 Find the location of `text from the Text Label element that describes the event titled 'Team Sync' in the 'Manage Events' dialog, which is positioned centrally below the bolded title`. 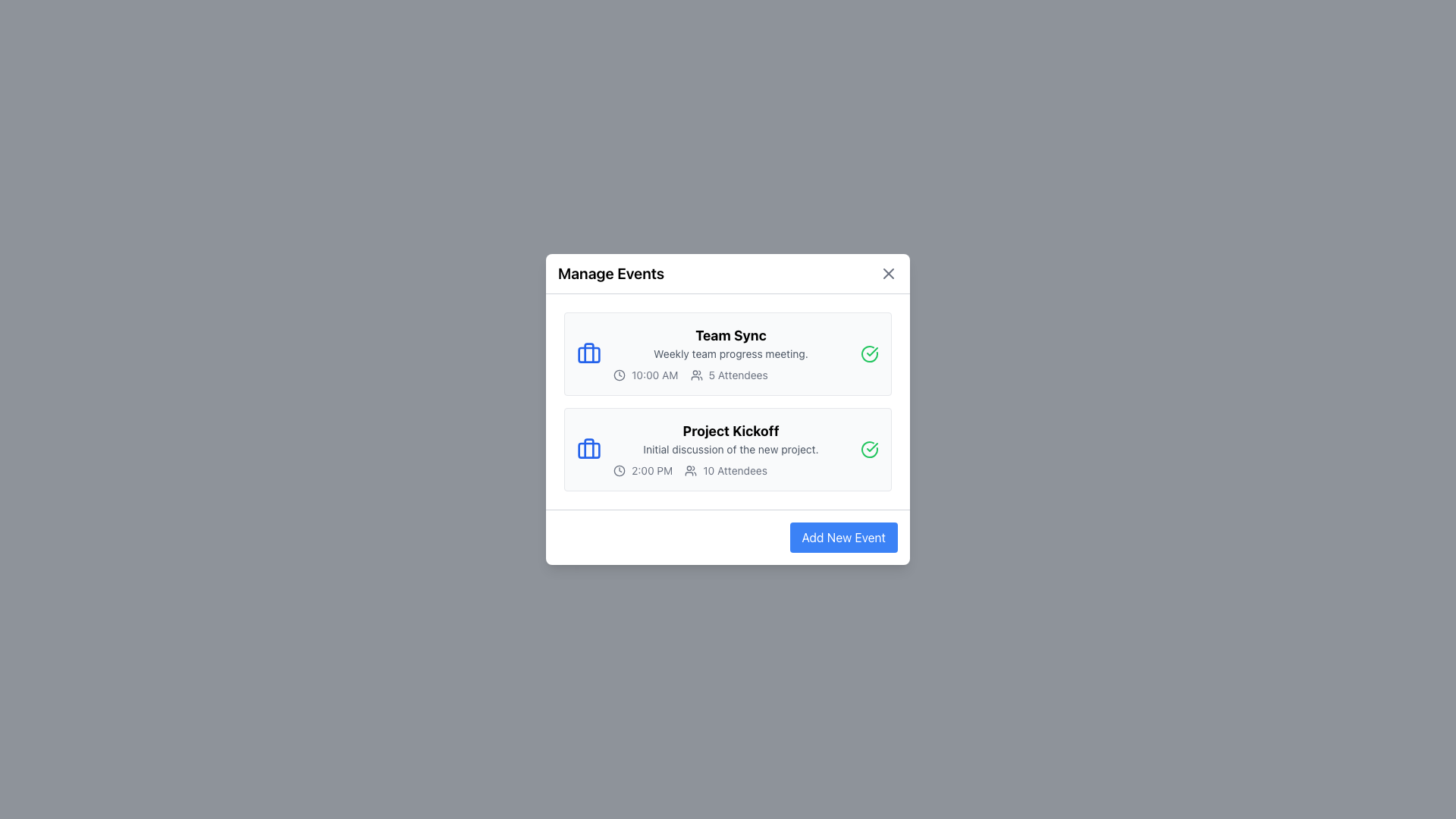

text from the Text Label element that describes the event titled 'Team Sync' in the 'Manage Events' dialog, which is positioned centrally below the bolded title is located at coordinates (731, 353).